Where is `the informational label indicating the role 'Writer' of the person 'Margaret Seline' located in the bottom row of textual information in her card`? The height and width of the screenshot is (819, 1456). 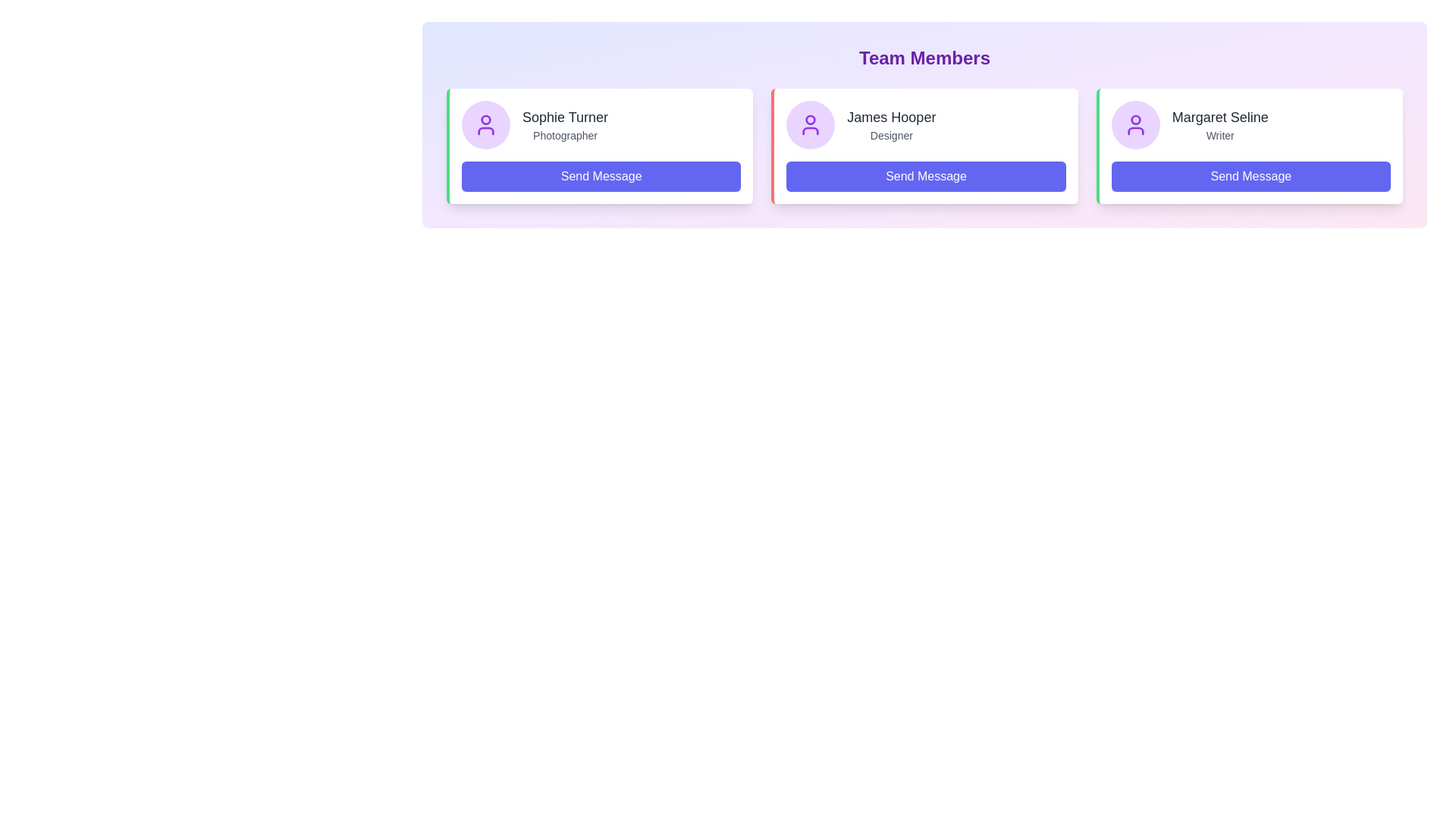
the informational label indicating the role 'Writer' of the person 'Margaret Seline' located in the bottom row of textual information in her card is located at coordinates (1220, 134).